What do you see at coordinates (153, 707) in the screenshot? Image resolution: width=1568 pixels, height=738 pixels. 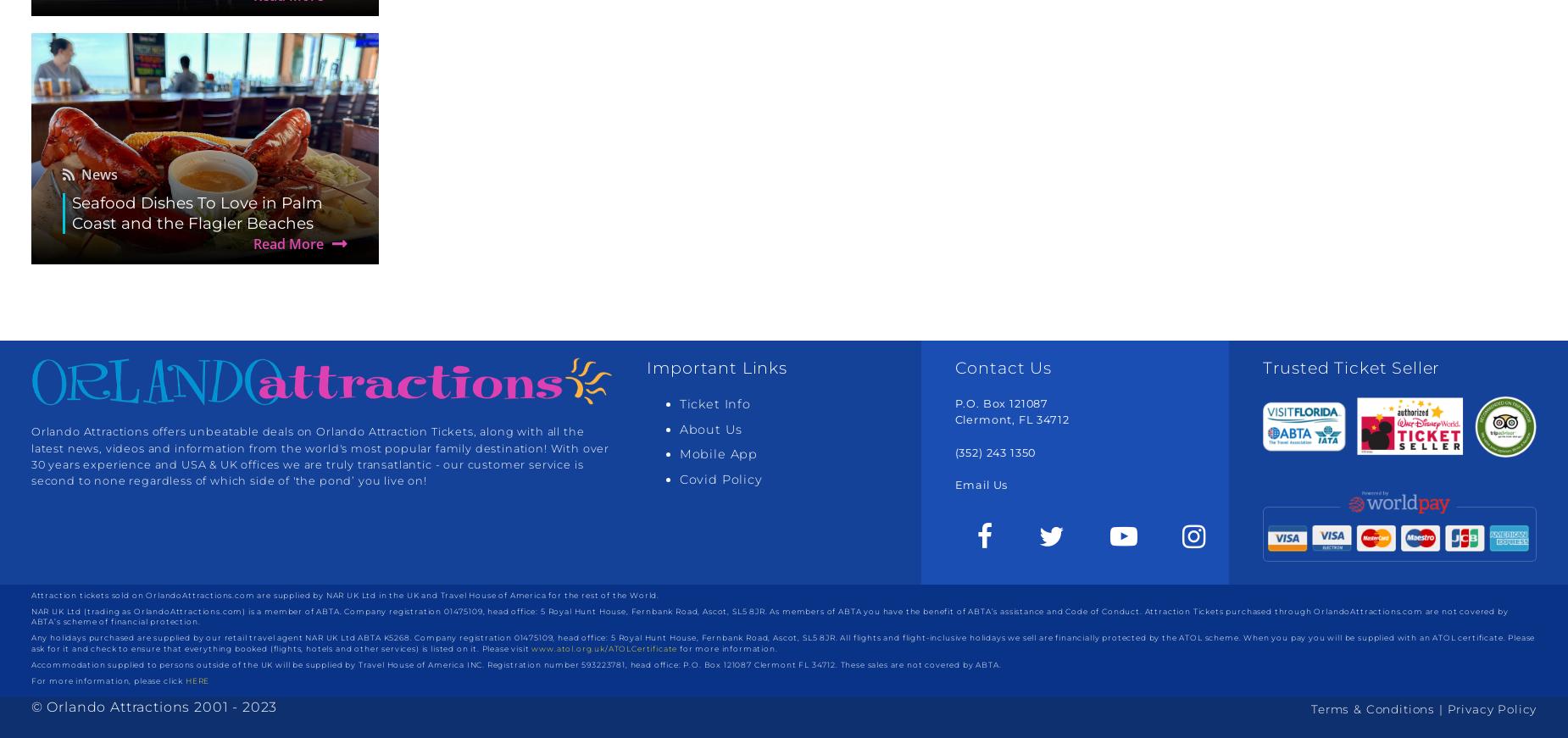 I see `'© Orlando Attractions 2001 - 2023'` at bounding box center [153, 707].